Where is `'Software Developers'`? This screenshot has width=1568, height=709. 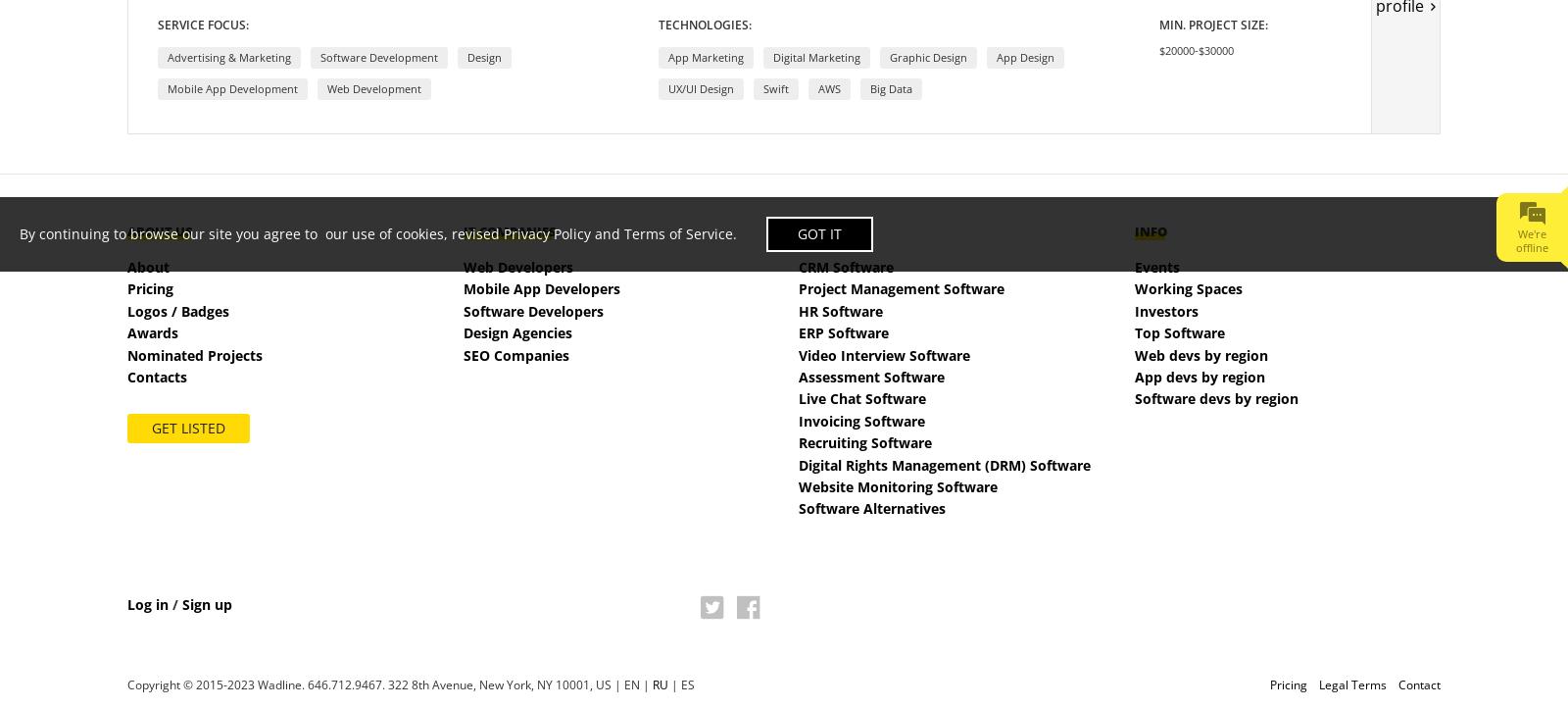
'Software Developers' is located at coordinates (531, 310).